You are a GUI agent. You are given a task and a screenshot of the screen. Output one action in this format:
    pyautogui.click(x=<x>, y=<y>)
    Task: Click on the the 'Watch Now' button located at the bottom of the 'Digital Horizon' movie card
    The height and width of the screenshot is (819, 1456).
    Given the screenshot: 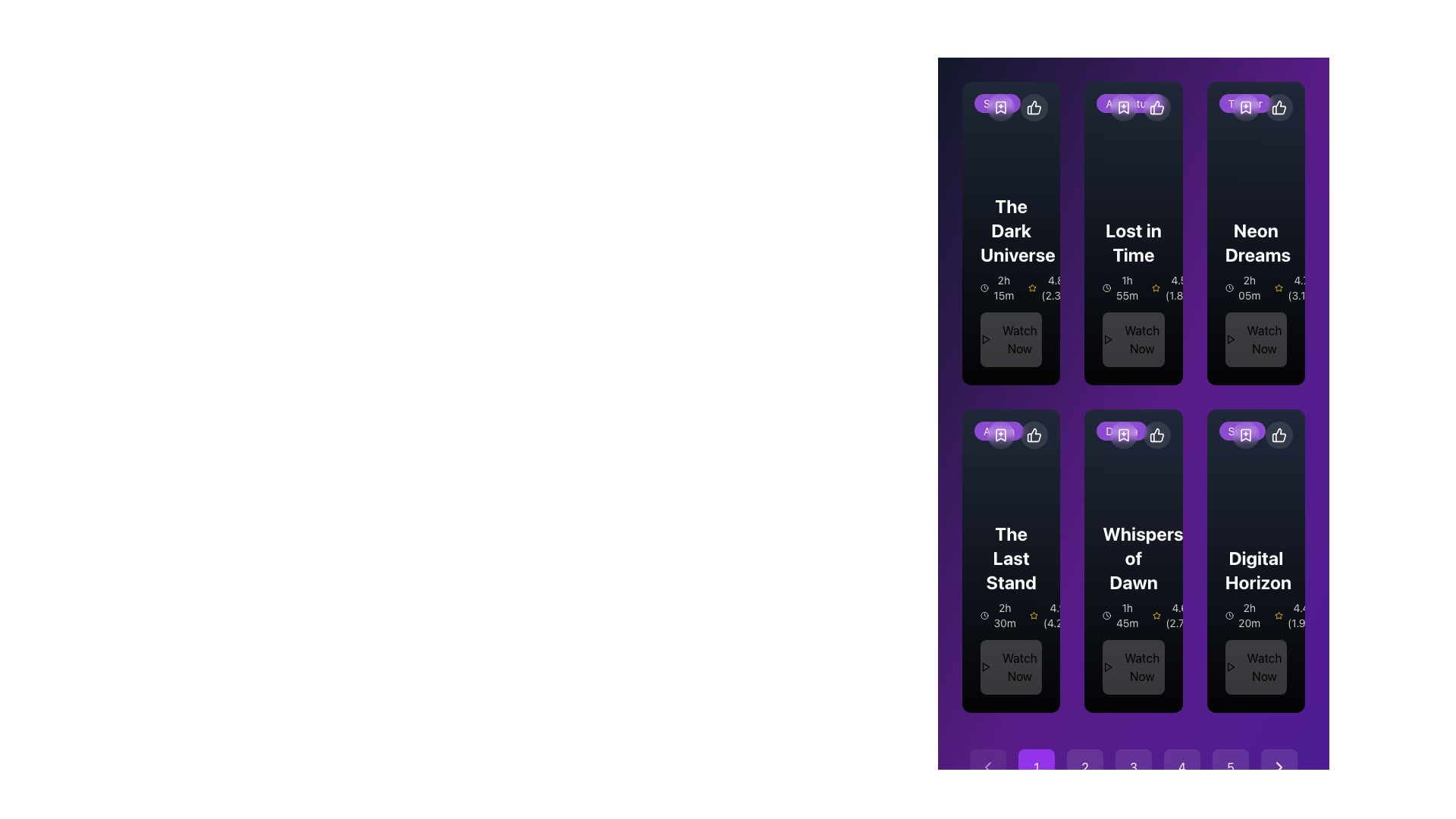 What is the action you would take?
    pyautogui.click(x=1264, y=666)
    